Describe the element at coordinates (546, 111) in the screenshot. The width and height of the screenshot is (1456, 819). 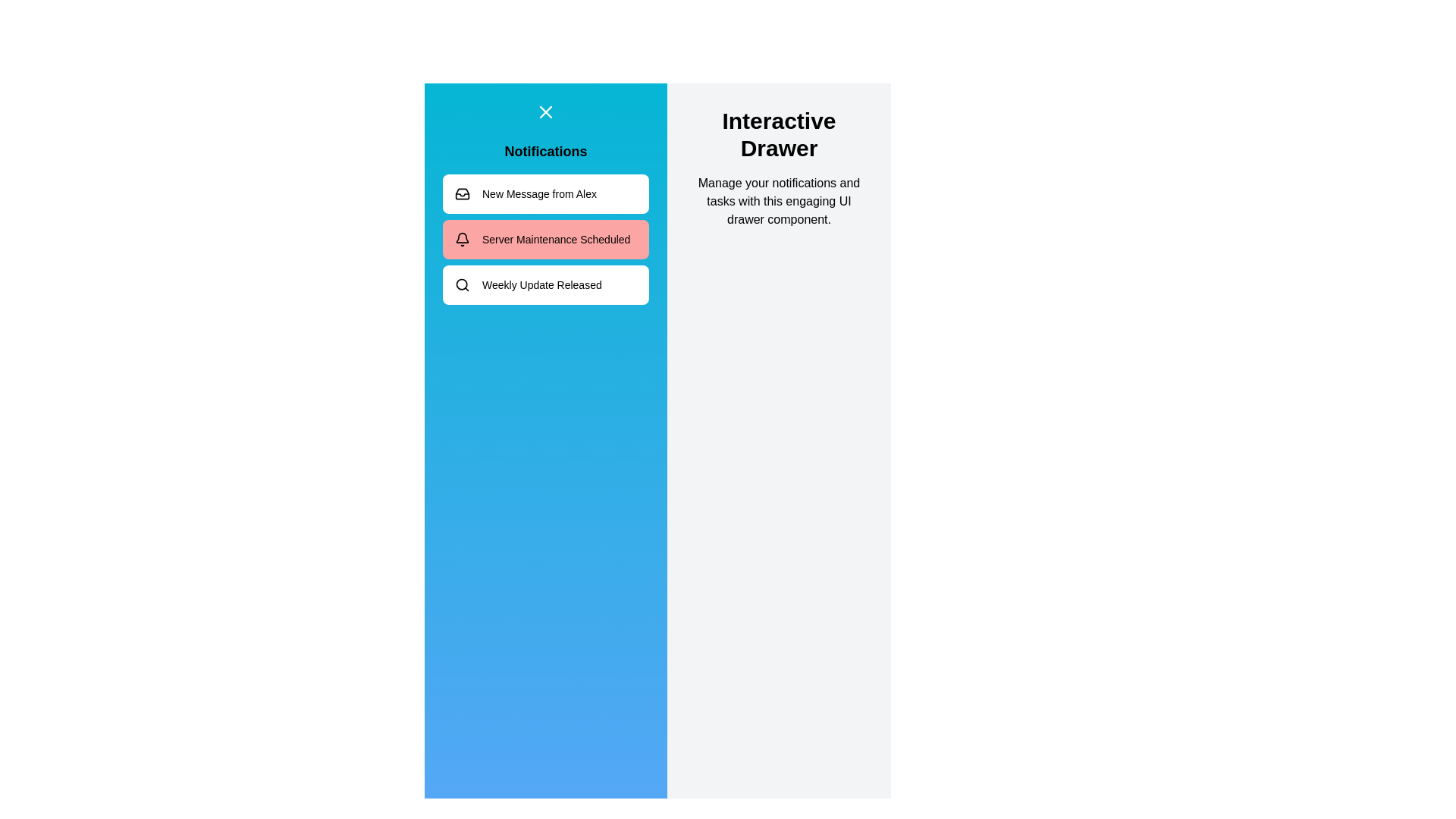
I see `toggle button to toggle the drawer open or closed` at that location.